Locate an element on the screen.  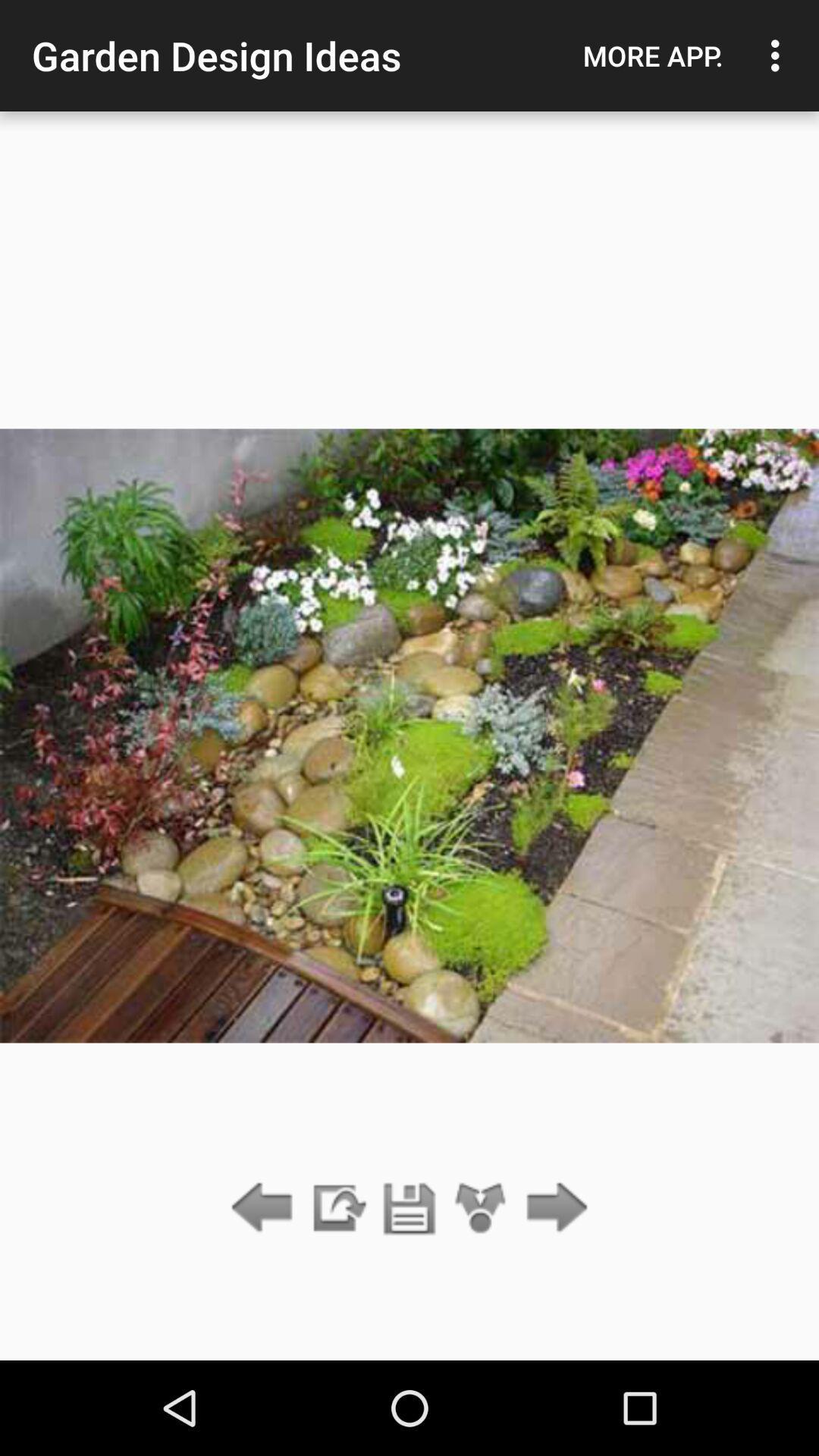
the arrow_forward icon is located at coordinates (553, 1208).